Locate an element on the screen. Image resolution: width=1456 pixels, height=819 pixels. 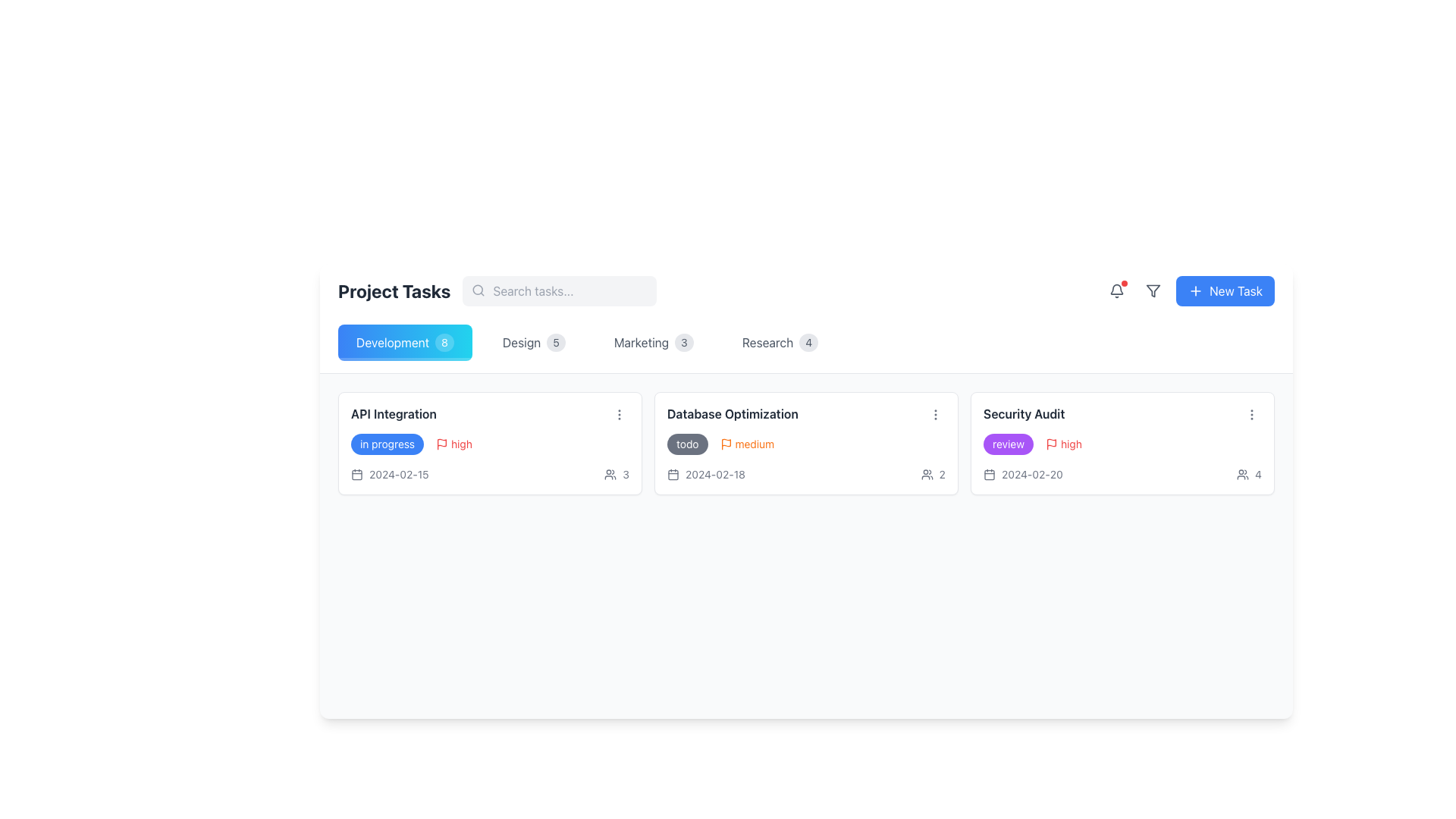
the count displayed on the Badge indicating the number associated with the 'Marketing' category, which is positioned to the right of the 'Marketing' text is located at coordinates (683, 342).